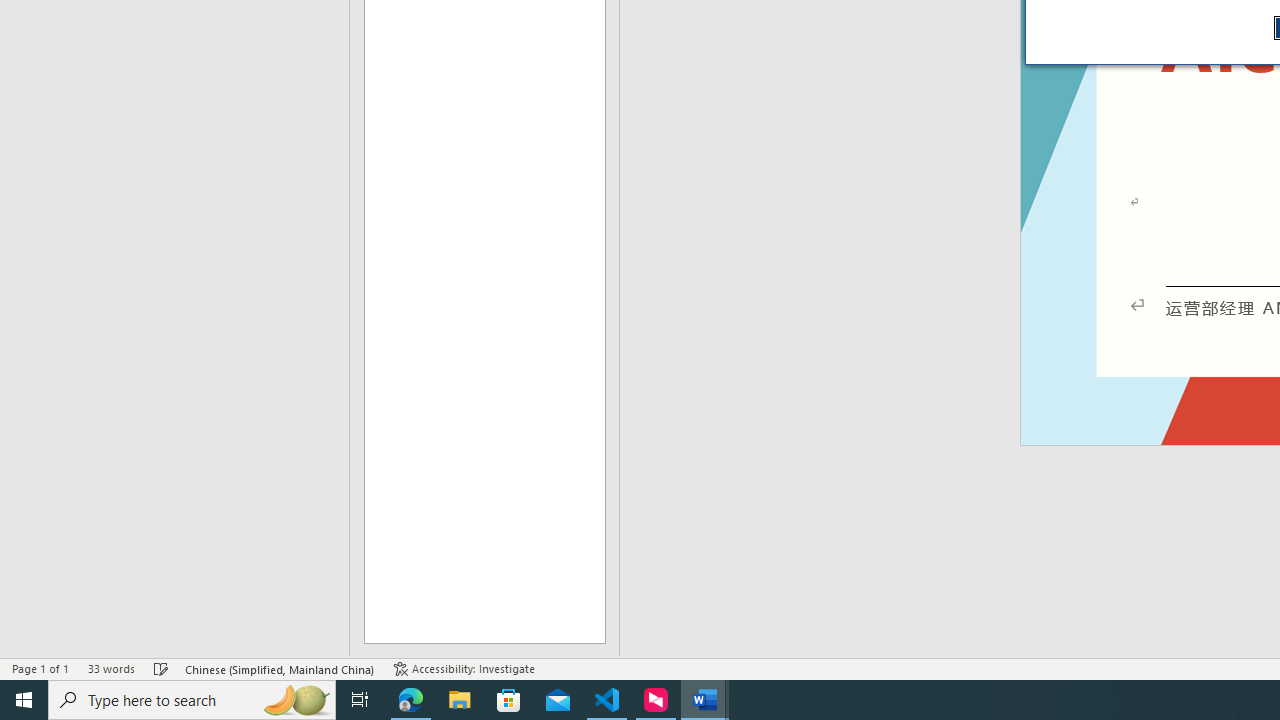 The image size is (1280, 720). I want to click on 'Search highlights icon opens search home window', so click(294, 698).